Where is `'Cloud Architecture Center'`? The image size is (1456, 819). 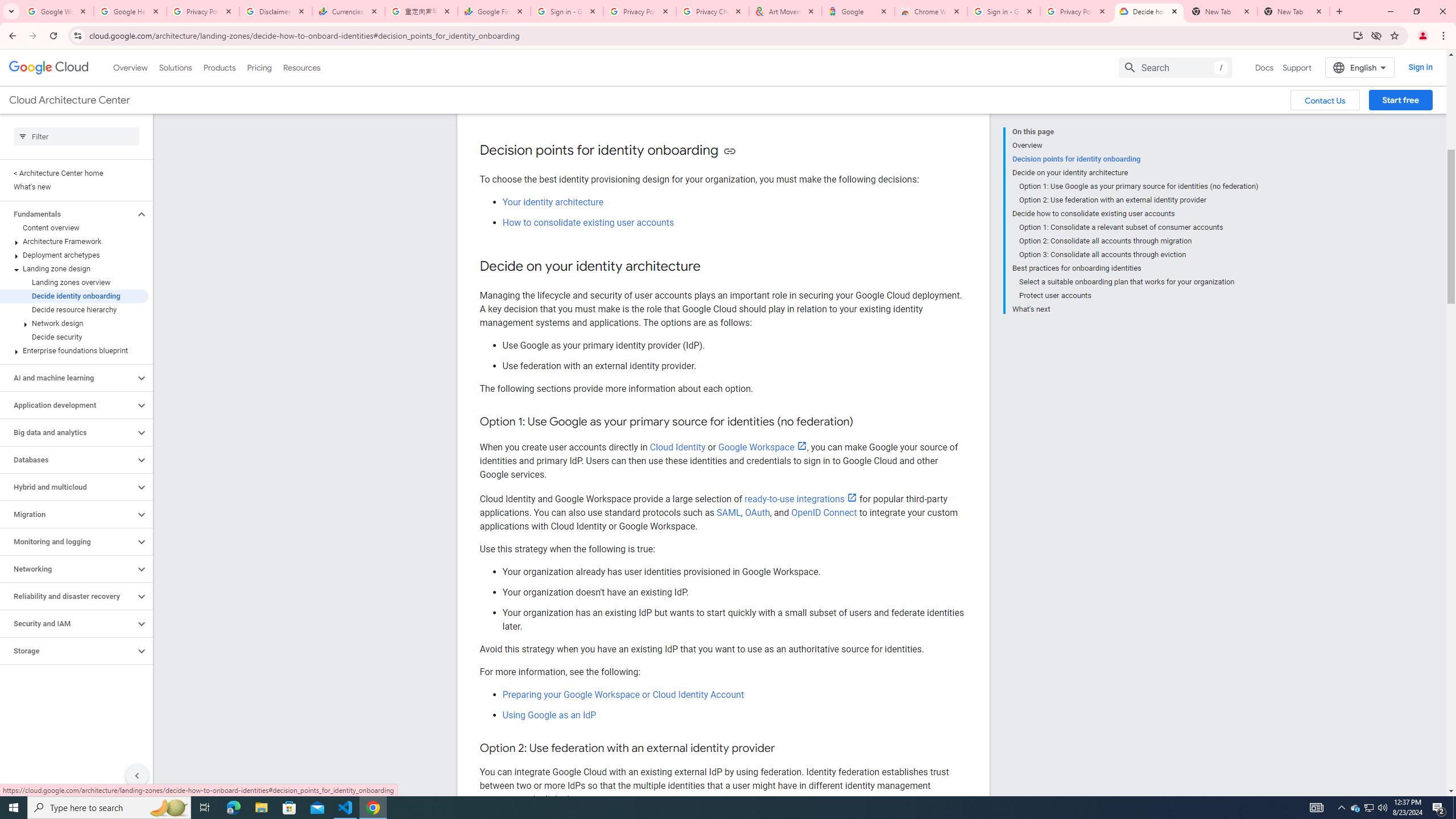
'Cloud Architecture Center' is located at coordinates (69, 100).